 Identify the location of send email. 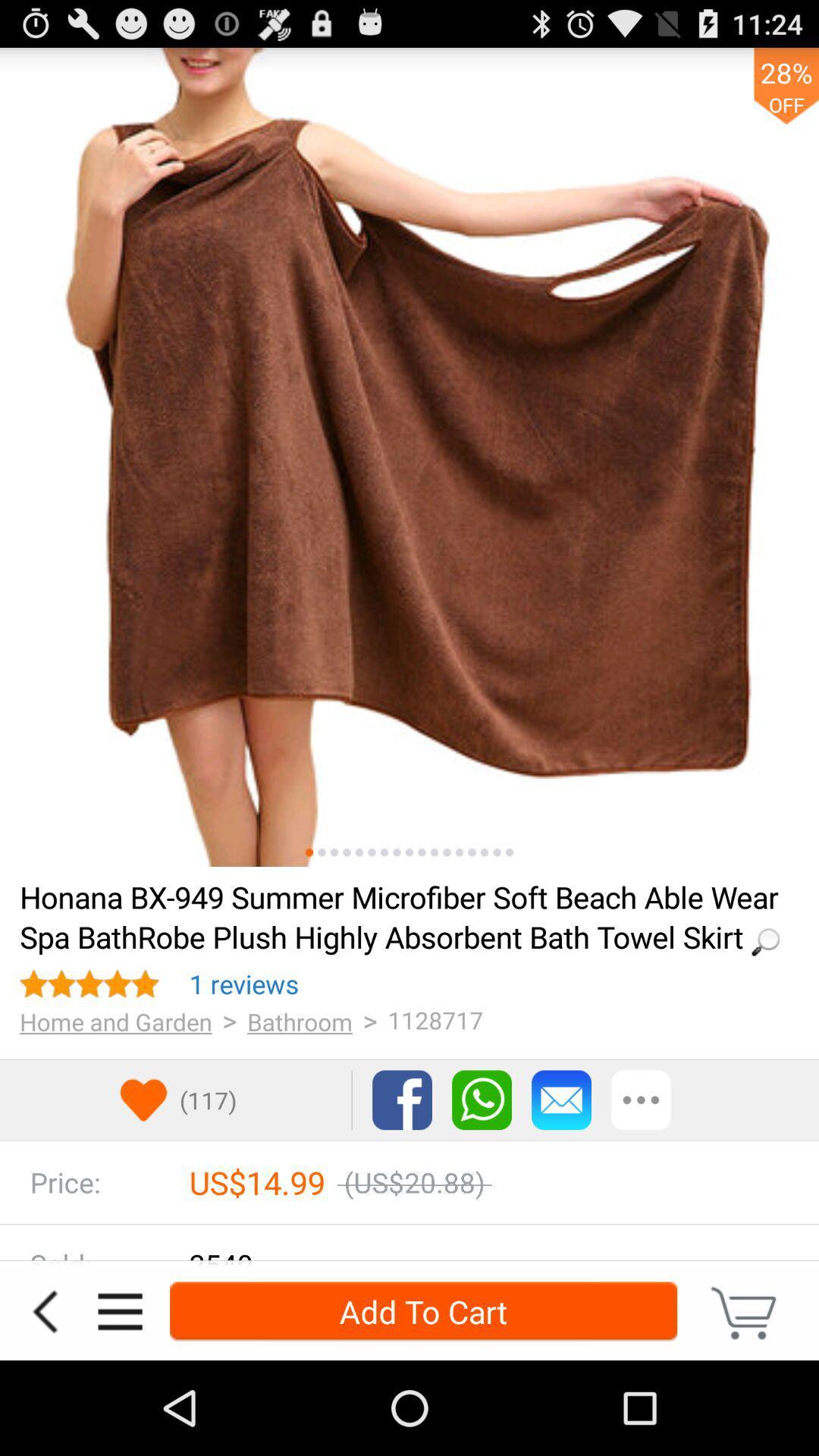
(561, 1100).